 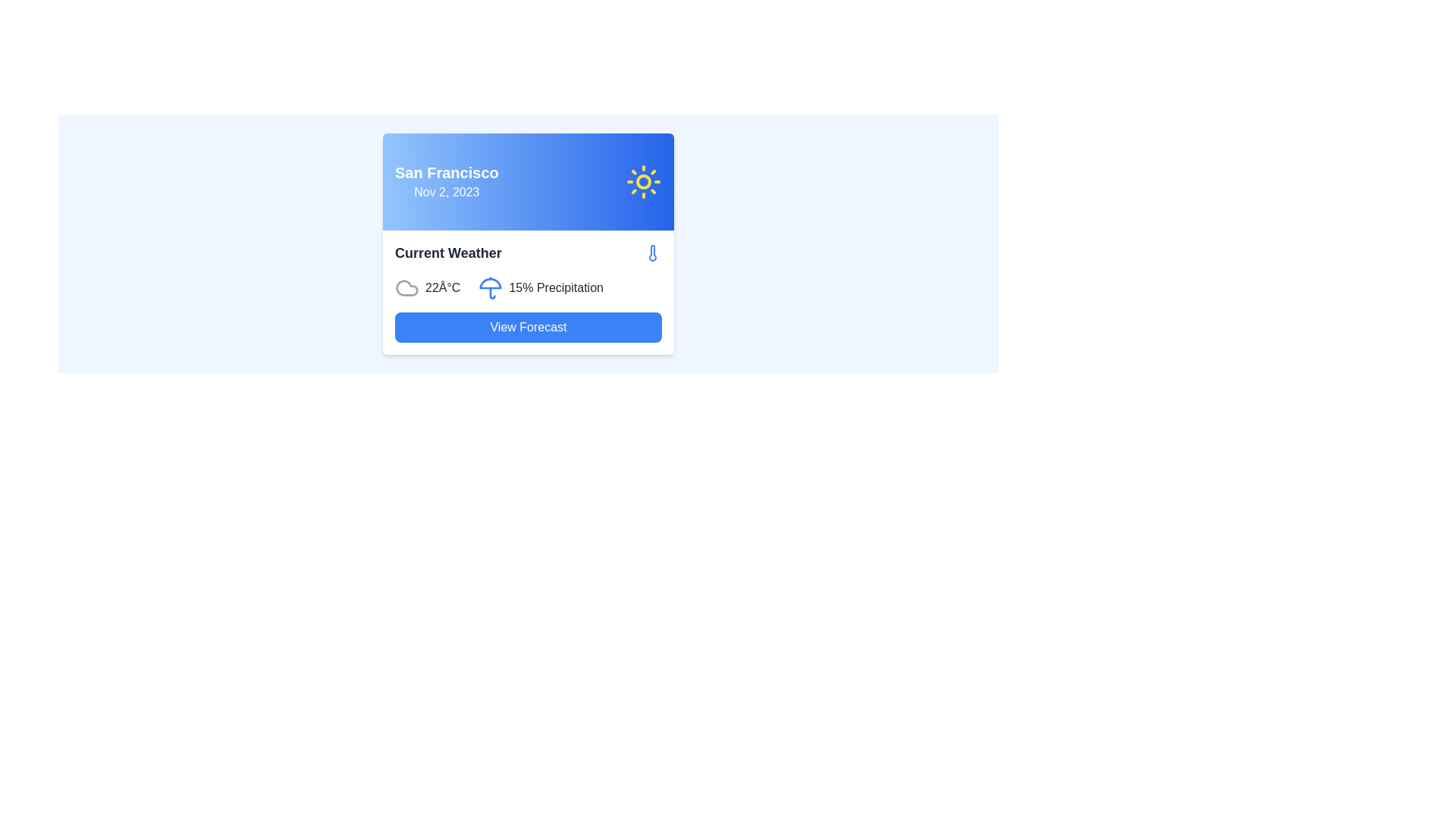 I want to click on the blue thermometer icon located to the right of the 'Current Weather' section's label, so click(x=652, y=253).